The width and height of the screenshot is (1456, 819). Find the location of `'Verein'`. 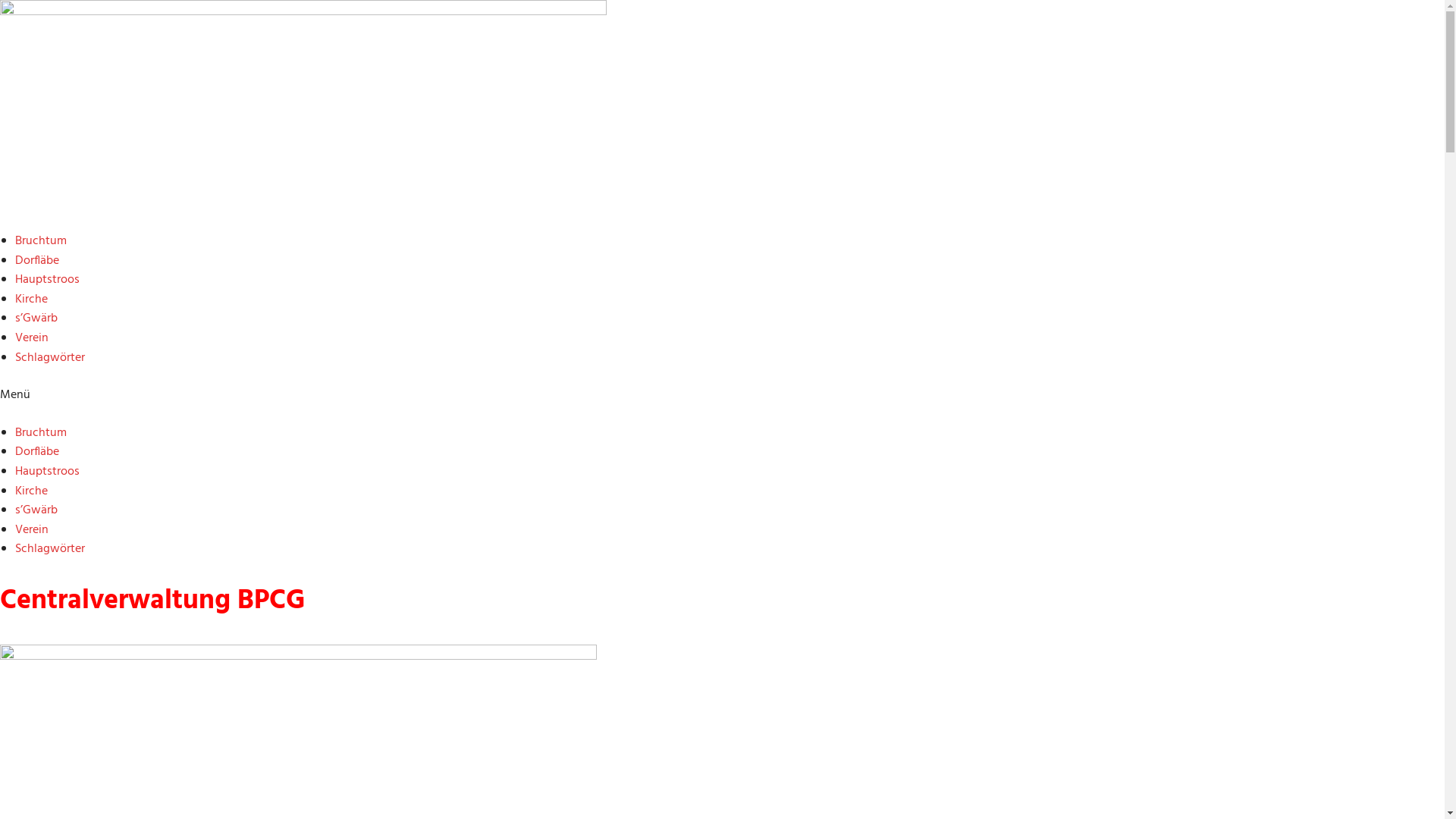

'Verein' is located at coordinates (32, 337).